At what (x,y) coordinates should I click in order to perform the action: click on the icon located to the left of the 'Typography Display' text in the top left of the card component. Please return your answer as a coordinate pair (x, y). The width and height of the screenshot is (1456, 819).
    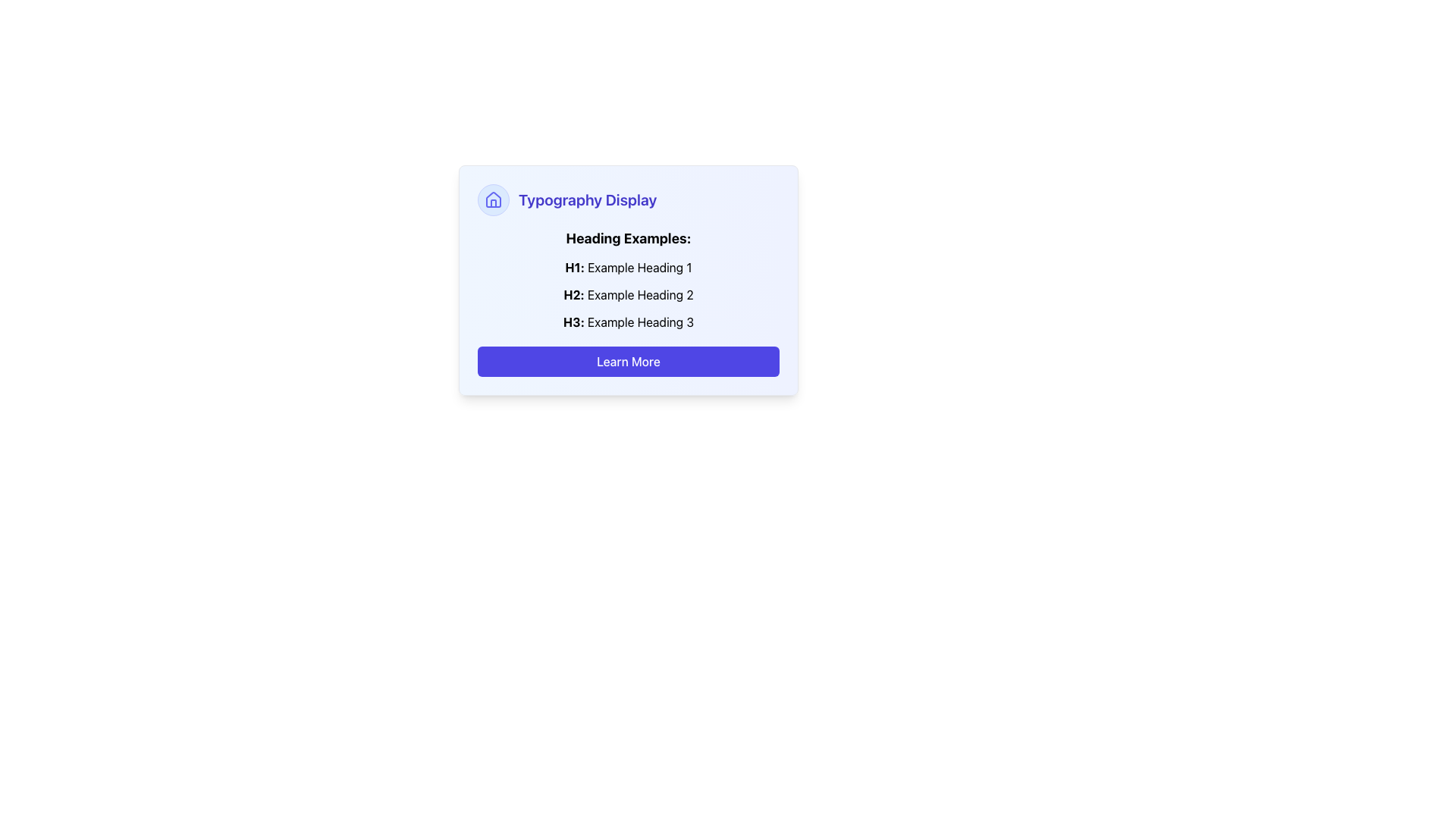
    Looking at the image, I should click on (494, 199).